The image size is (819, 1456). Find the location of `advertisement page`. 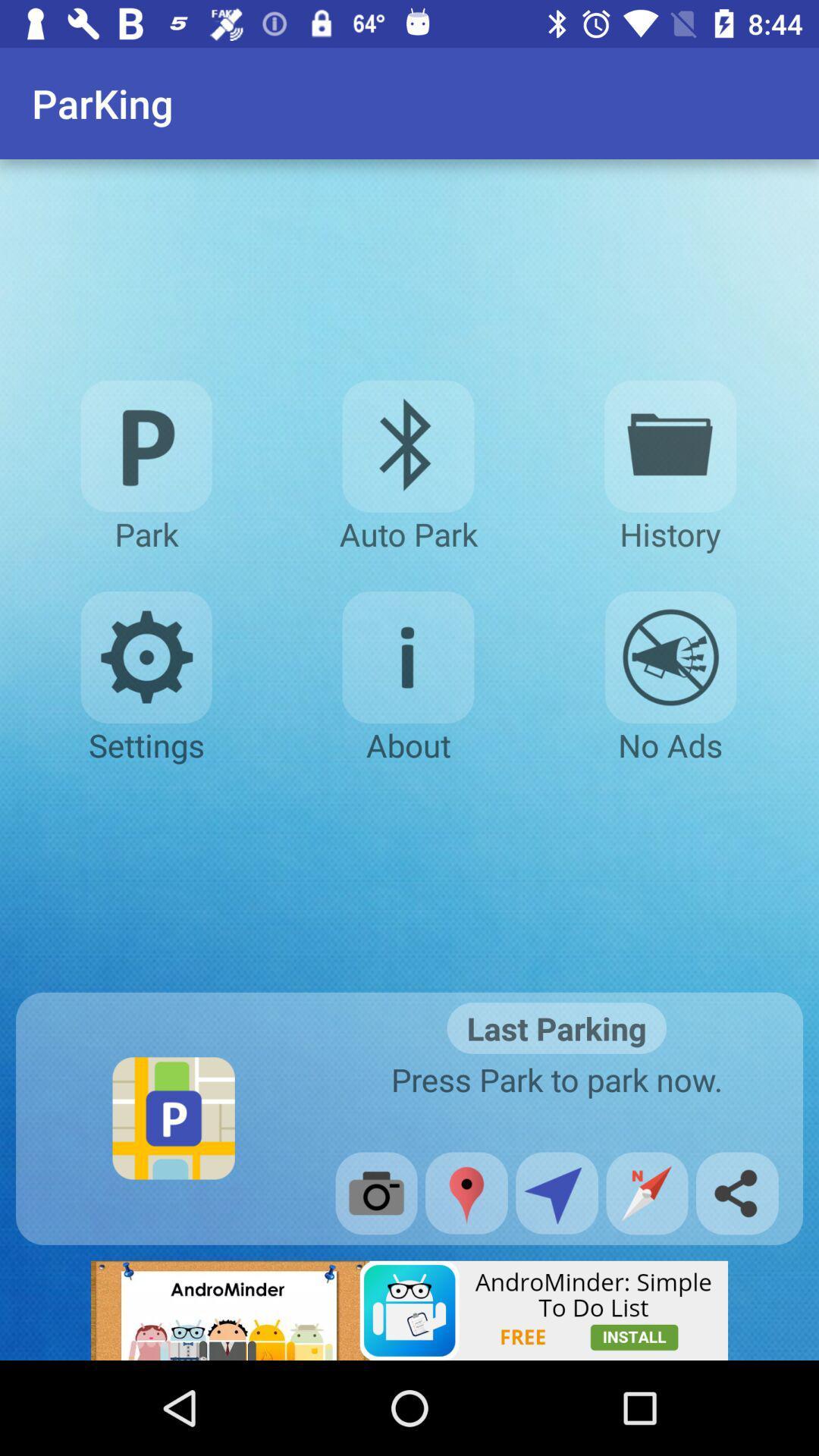

advertisement page is located at coordinates (409, 1310).